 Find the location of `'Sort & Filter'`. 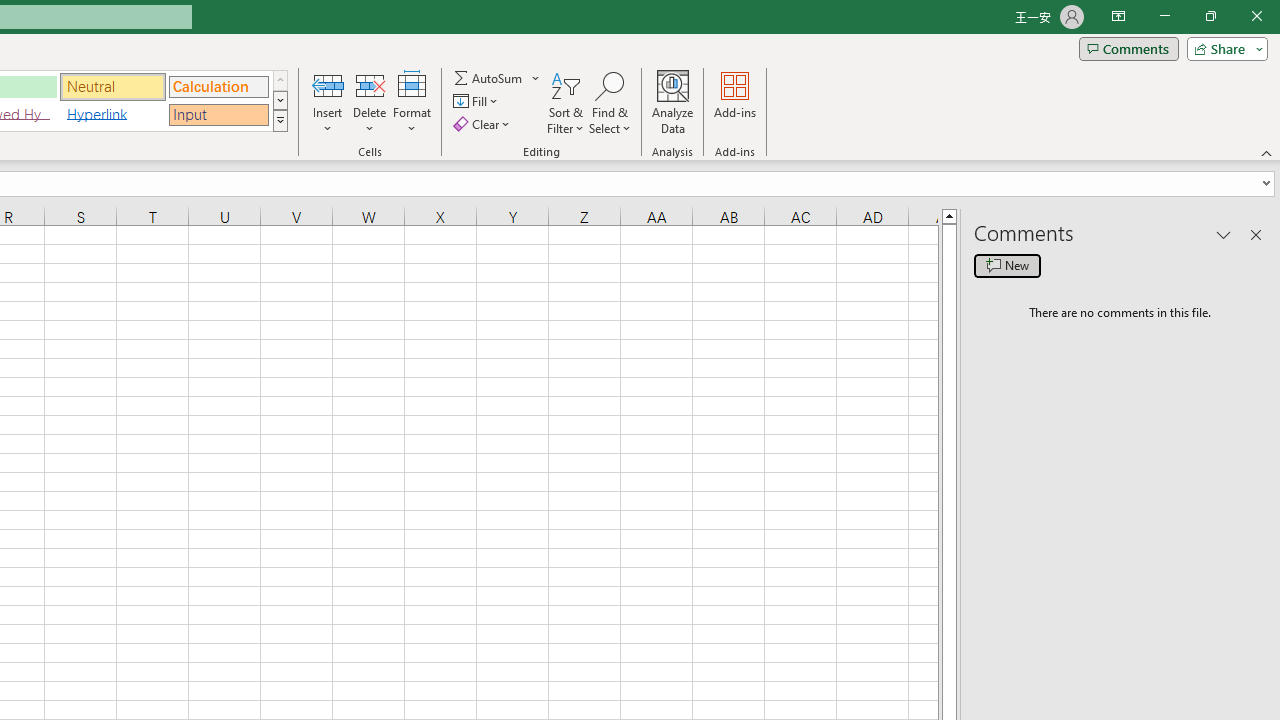

'Sort & Filter' is located at coordinates (565, 103).